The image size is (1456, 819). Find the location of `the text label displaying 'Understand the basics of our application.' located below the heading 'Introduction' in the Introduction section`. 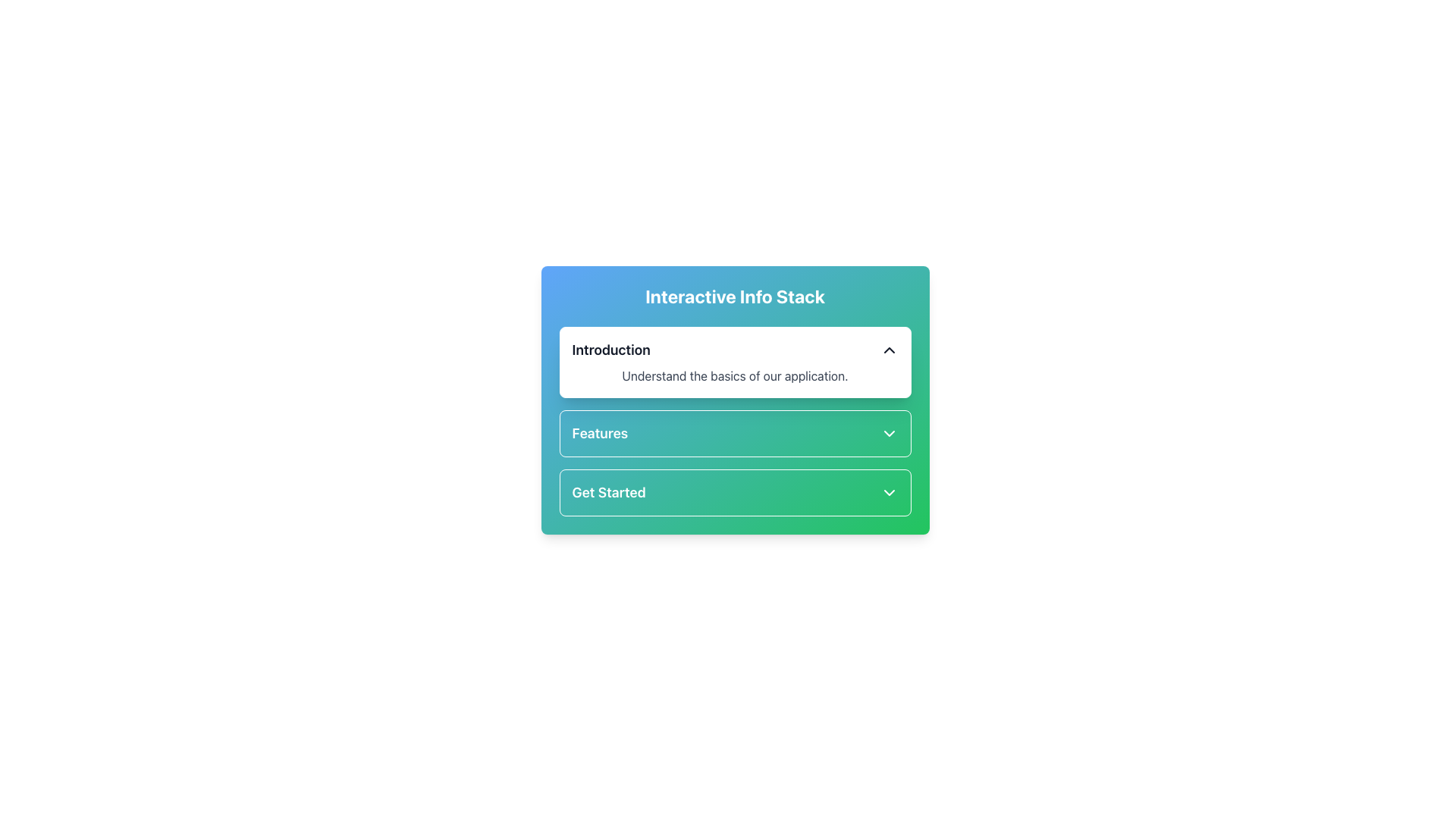

the text label displaying 'Understand the basics of our application.' located below the heading 'Introduction' in the Introduction section is located at coordinates (735, 375).